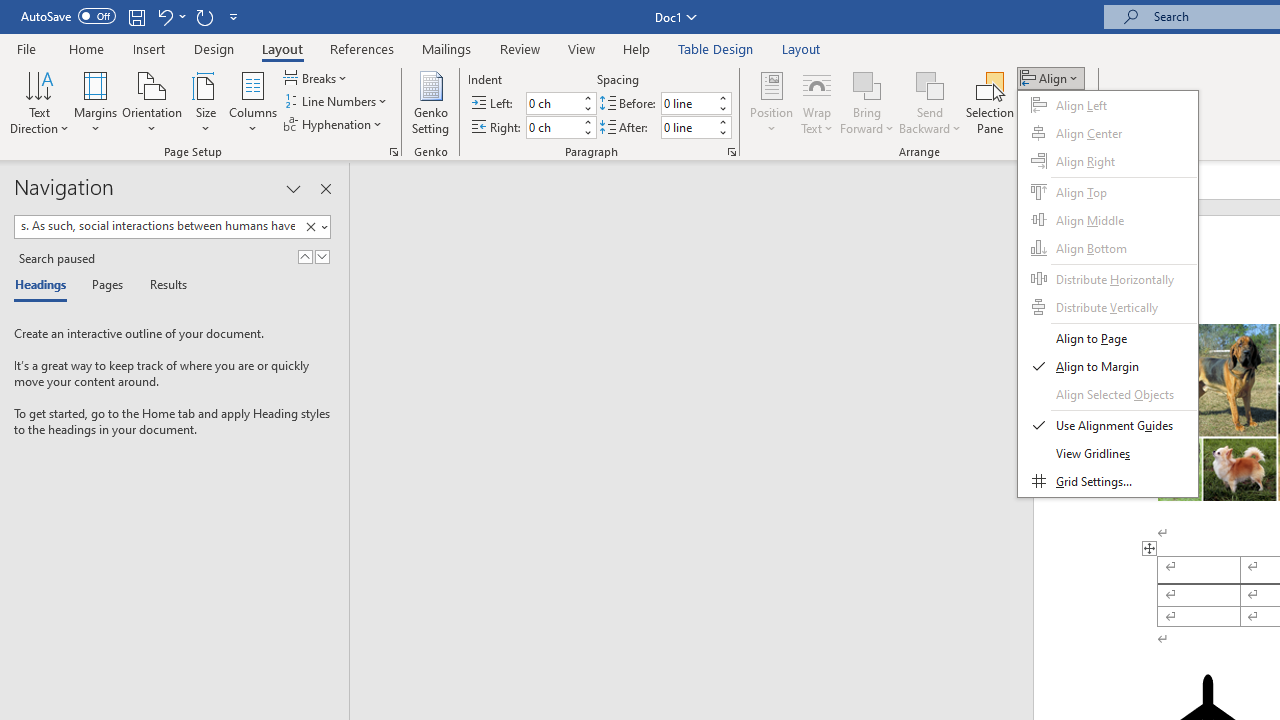 The height and width of the screenshot is (720, 1280). I want to click on 'Next Result', so click(322, 256).